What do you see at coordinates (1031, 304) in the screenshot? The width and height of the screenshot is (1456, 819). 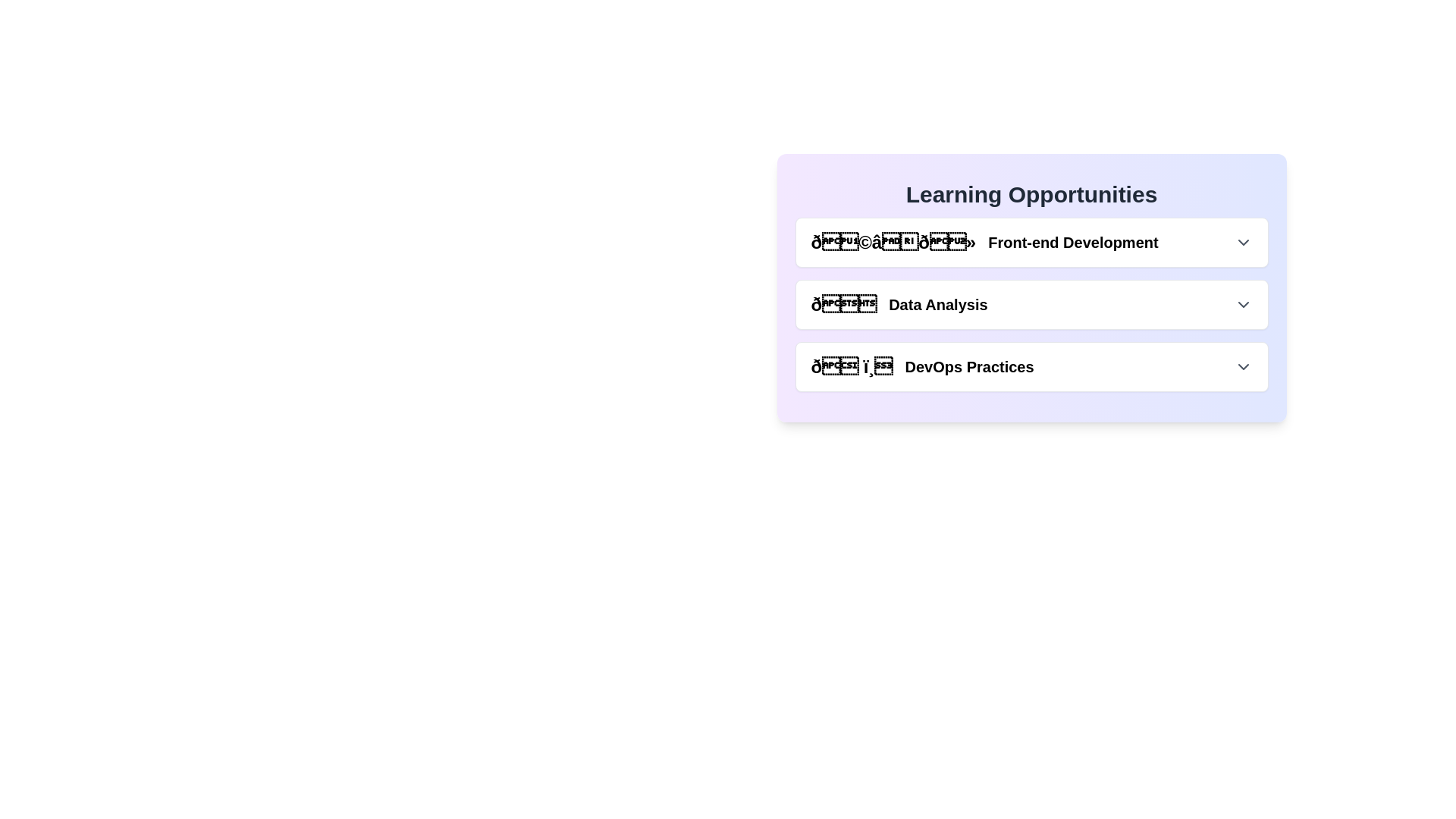 I see `the expandable list item for 'Data Analysis' located centrally in the 'Learning Opportunities' box` at bounding box center [1031, 304].